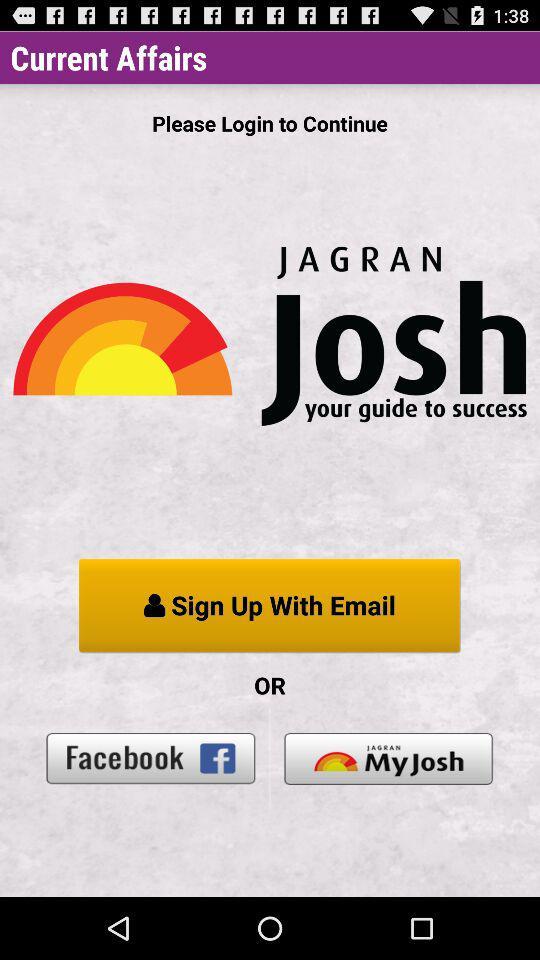 Image resolution: width=540 pixels, height=960 pixels. Describe the element at coordinates (388, 757) in the screenshot. I see `the icon below the or` at that location.